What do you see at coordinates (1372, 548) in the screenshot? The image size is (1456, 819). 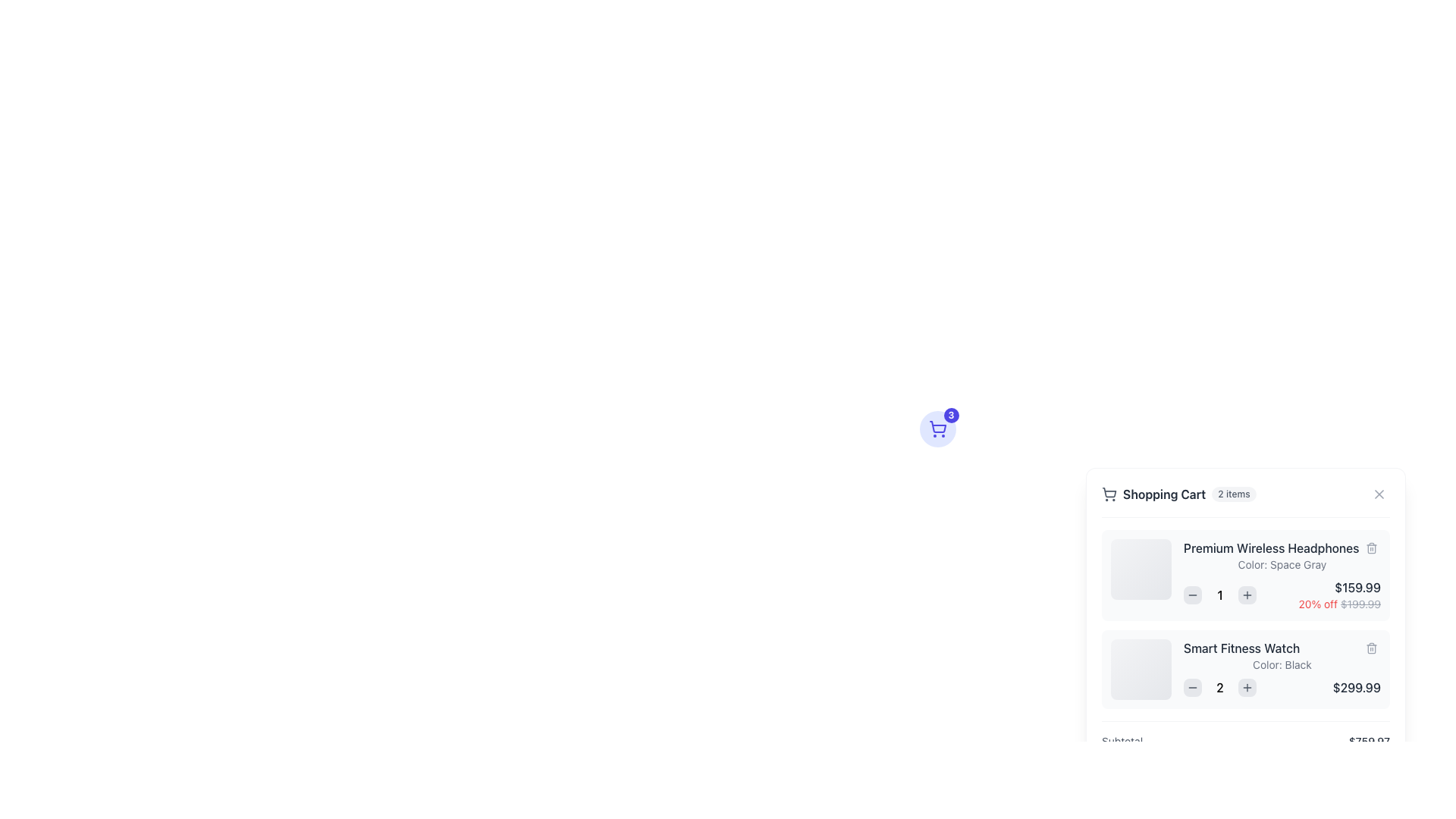 I see `the delete button located to the right of the 'Premium Wireless Headphones' title in the shopping cart interface` at bounding box center [1372, 548].